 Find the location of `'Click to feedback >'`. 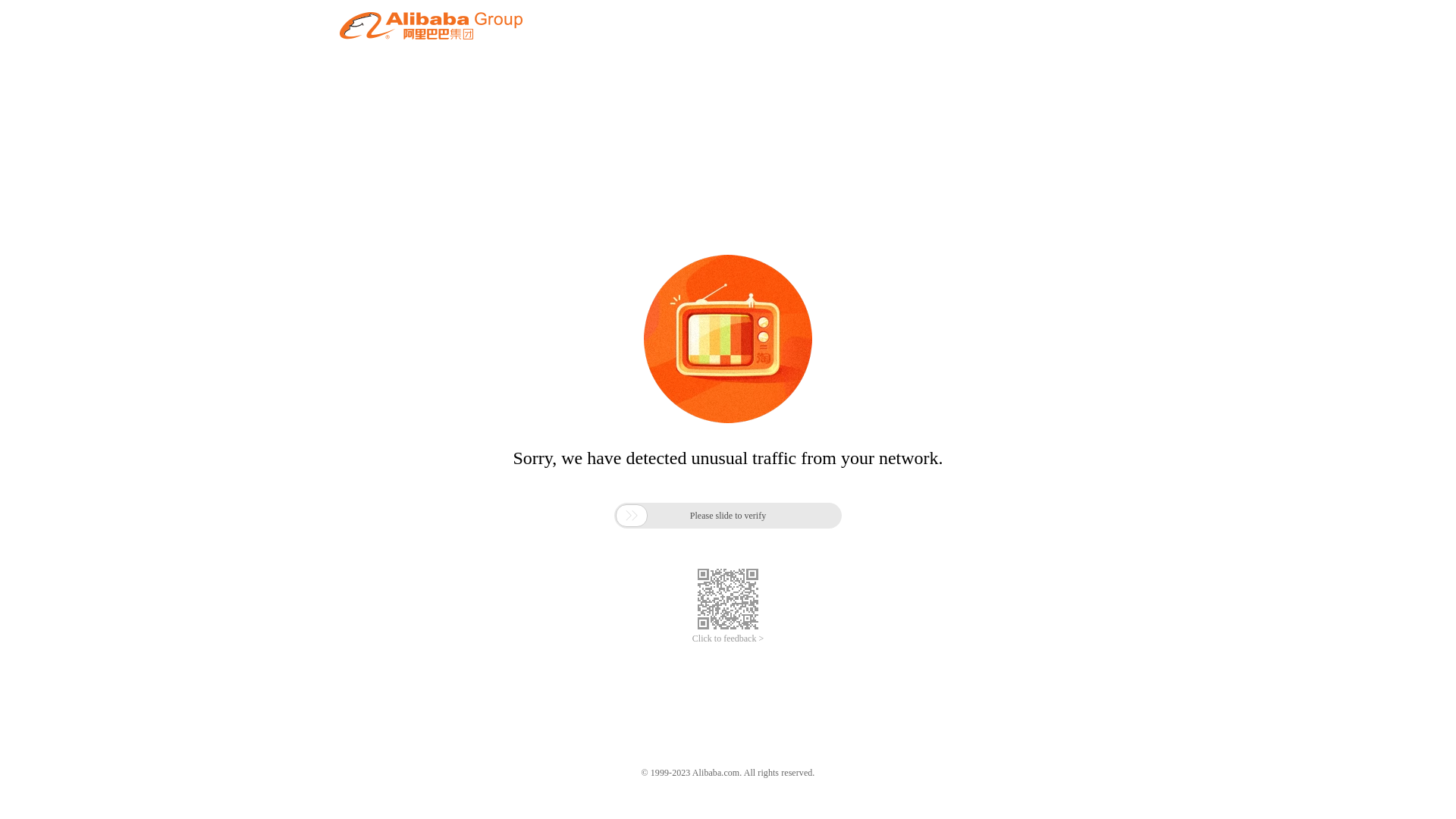

'Click to feedback >' is located at coordinates (728, 639).